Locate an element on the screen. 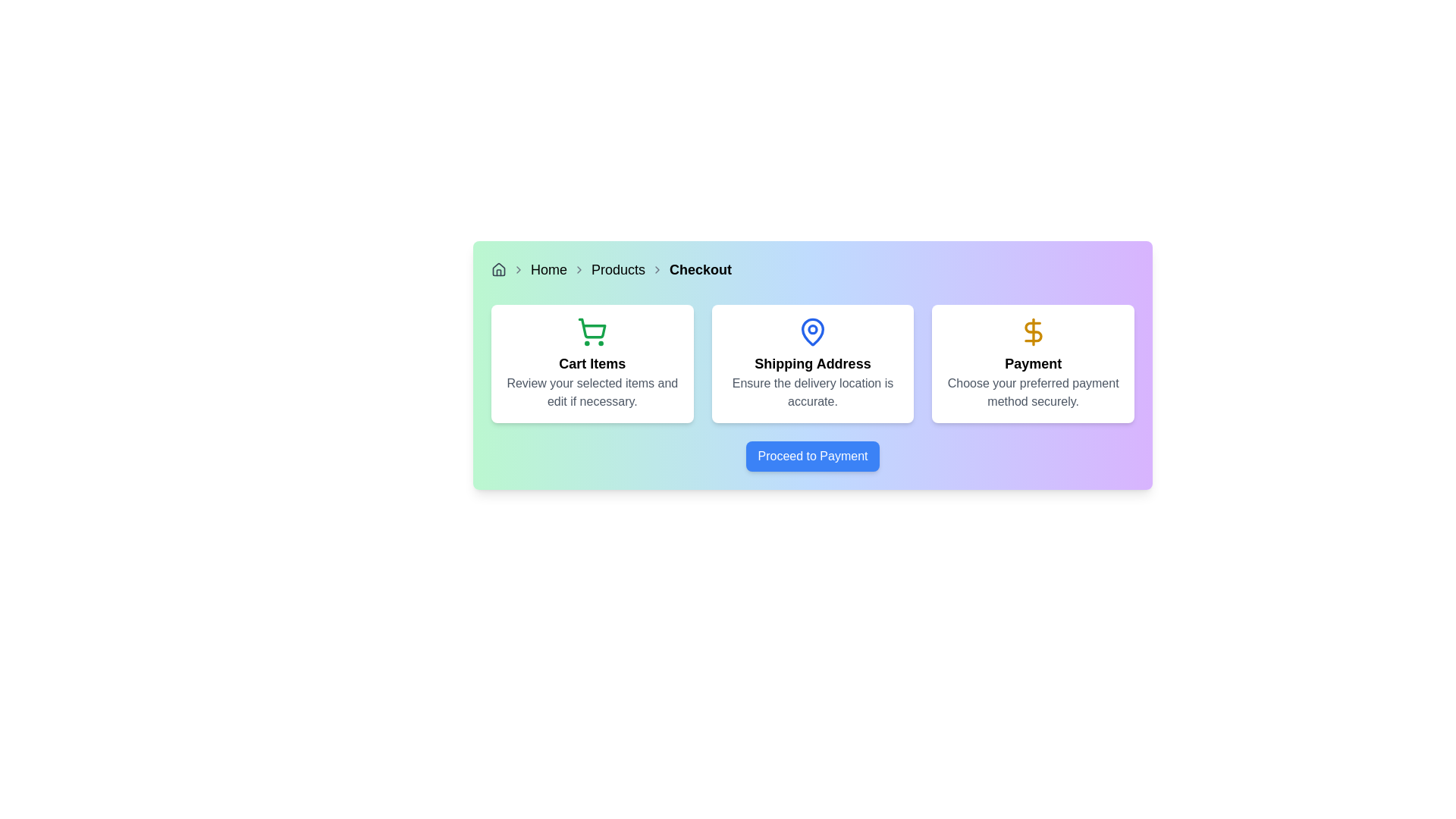 The image size is (1456, 819). the Hyperlink label in the breadcrumb navigation bar is located at coordinates (548, 268).